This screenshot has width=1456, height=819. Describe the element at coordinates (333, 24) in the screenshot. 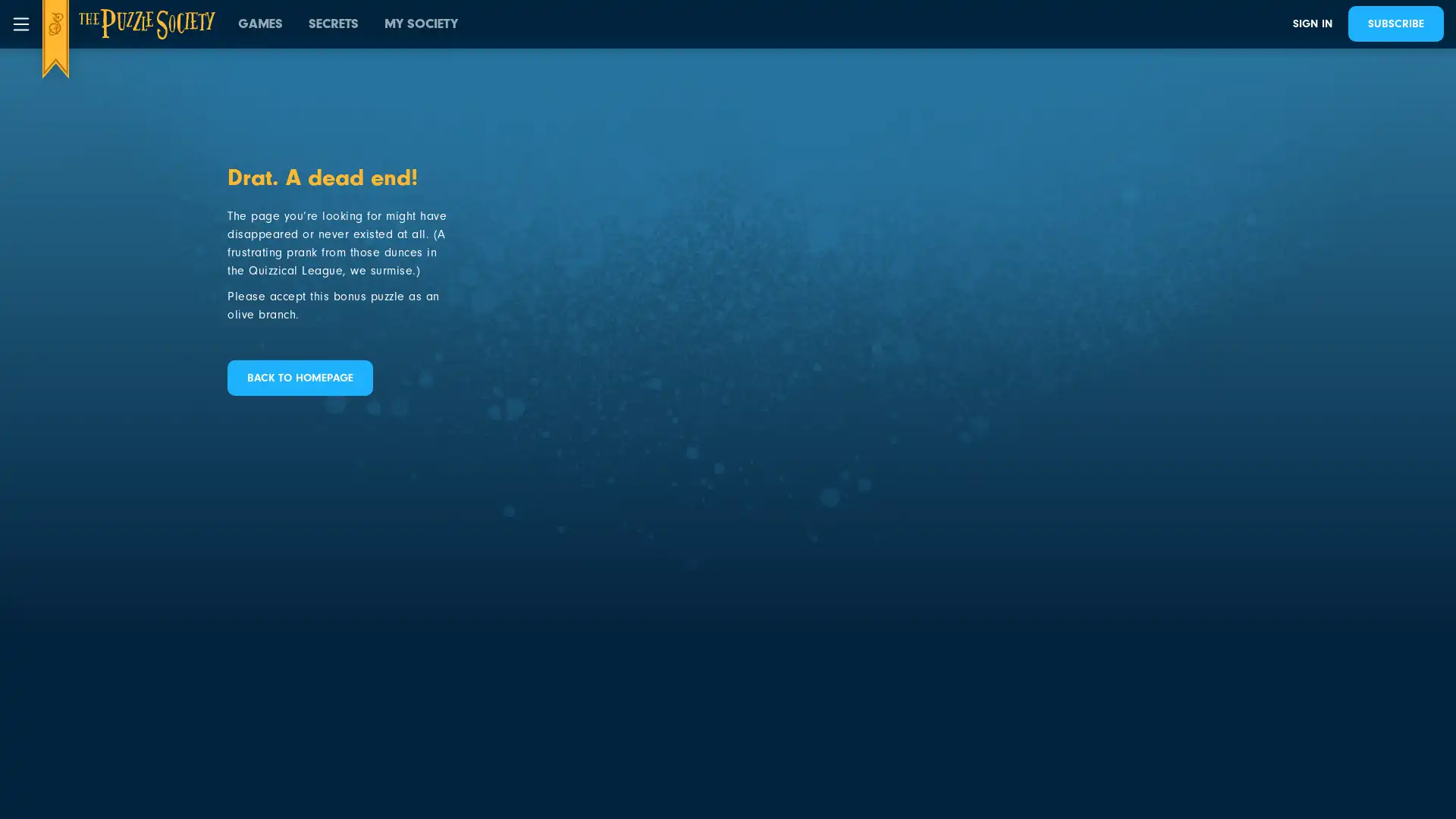

I see `SECRETS` at that location.